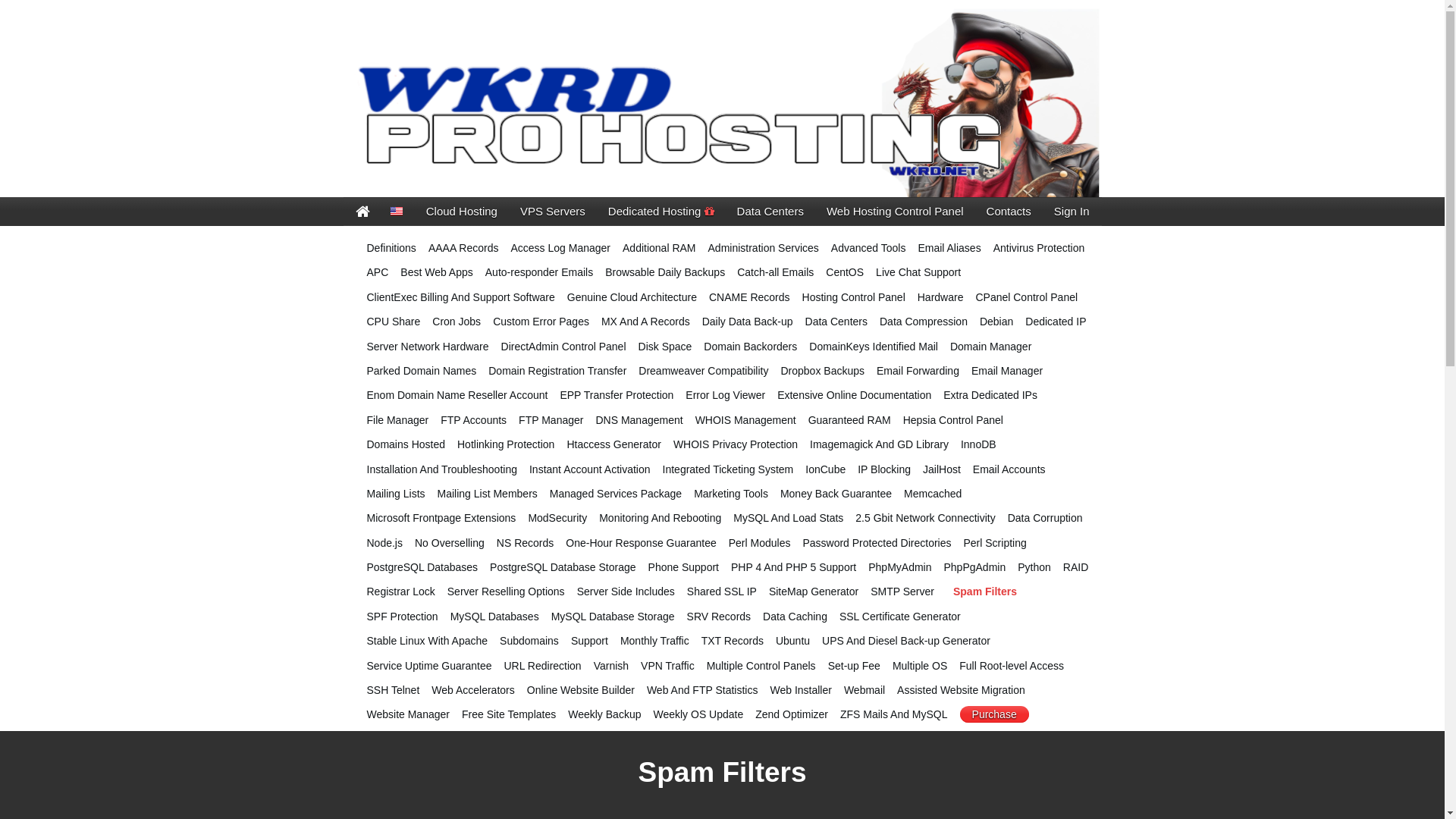 The width and height of the screenshot is (1456, 819). Describe the element at coordinates (588, 640) in the screenshot. I see `'Support'` at that location.